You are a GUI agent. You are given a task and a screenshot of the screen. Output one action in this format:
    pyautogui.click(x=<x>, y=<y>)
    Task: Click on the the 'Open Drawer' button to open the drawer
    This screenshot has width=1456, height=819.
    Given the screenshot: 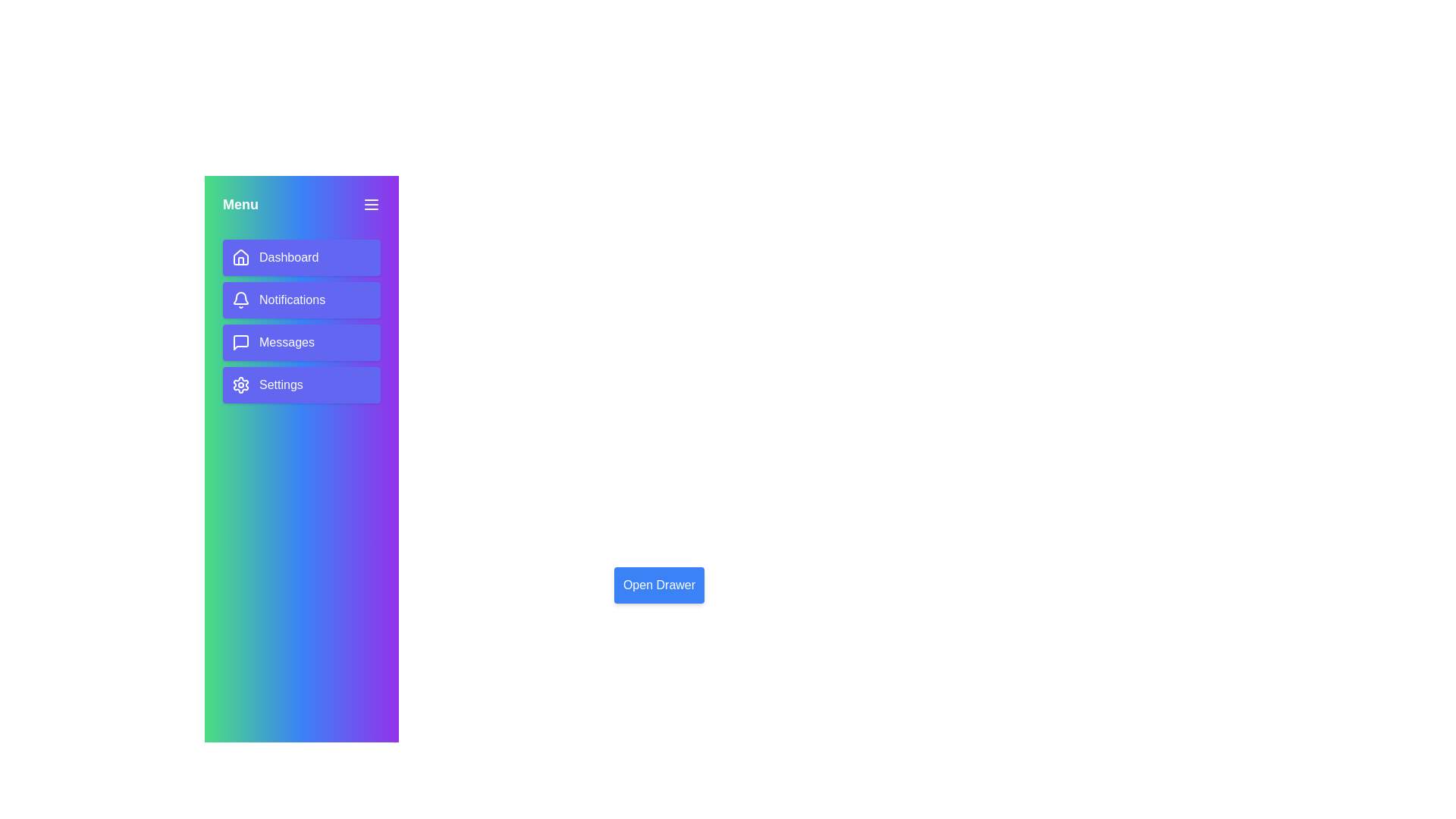 What is the action you would take?
    pyautogui.click(x=659, y=584)
    